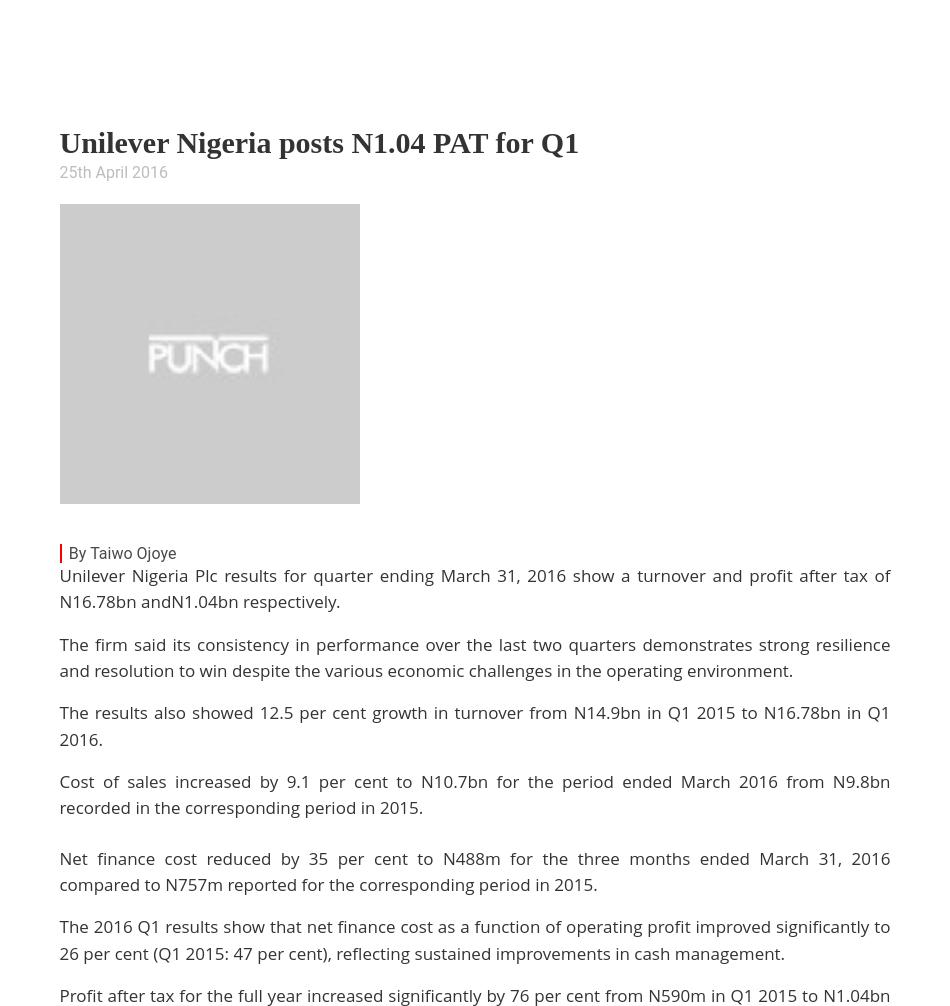 This screenshot has height=1006, width=950. What do you see at coordinates (785, 90) in the screenshot?
I see `'HealthWise'` at bounding box center [785, 90].